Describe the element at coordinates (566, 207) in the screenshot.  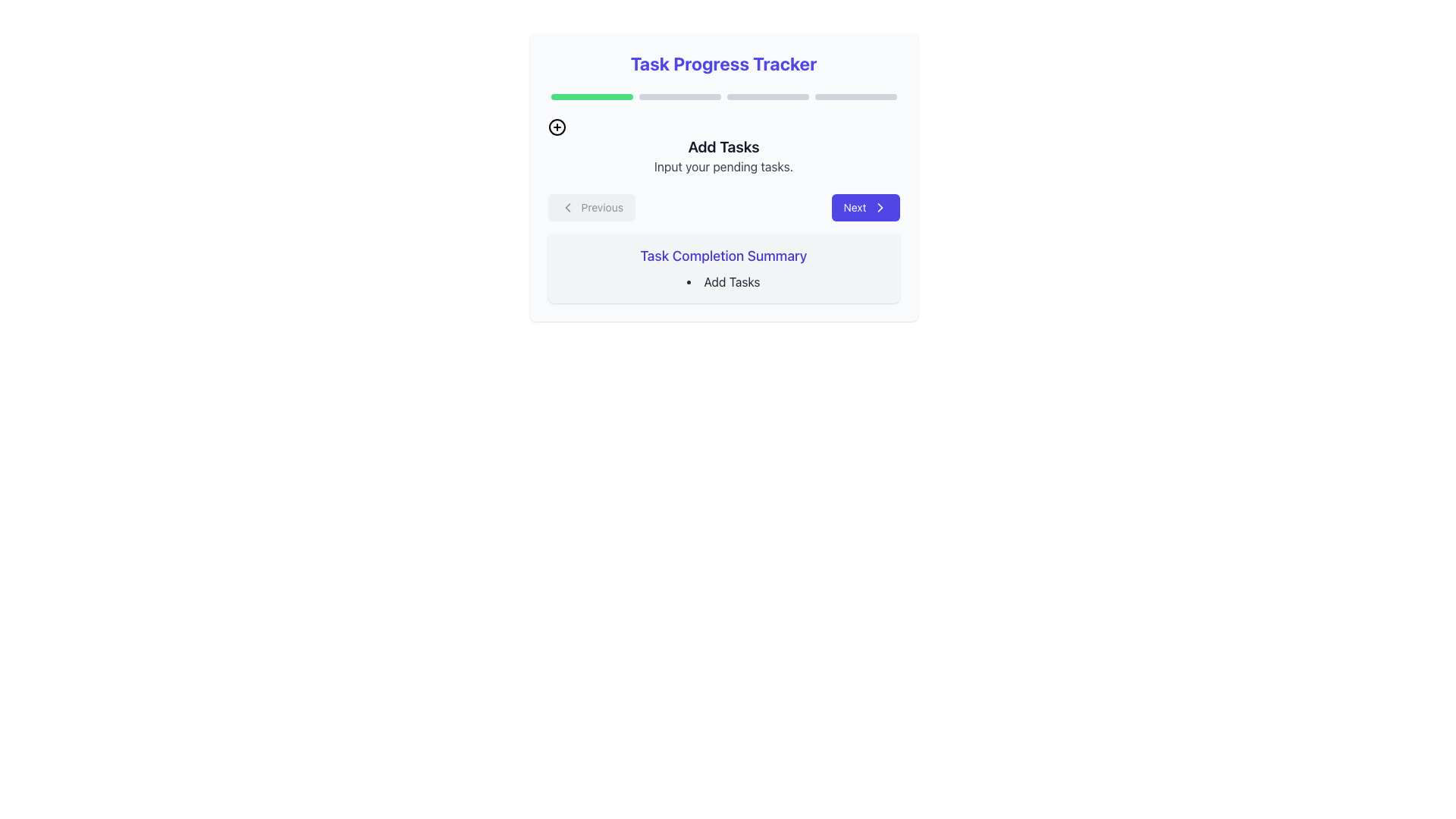
I see `the Icon located to the left of the 'Previous' button to potentially see a tooltip` at that location.